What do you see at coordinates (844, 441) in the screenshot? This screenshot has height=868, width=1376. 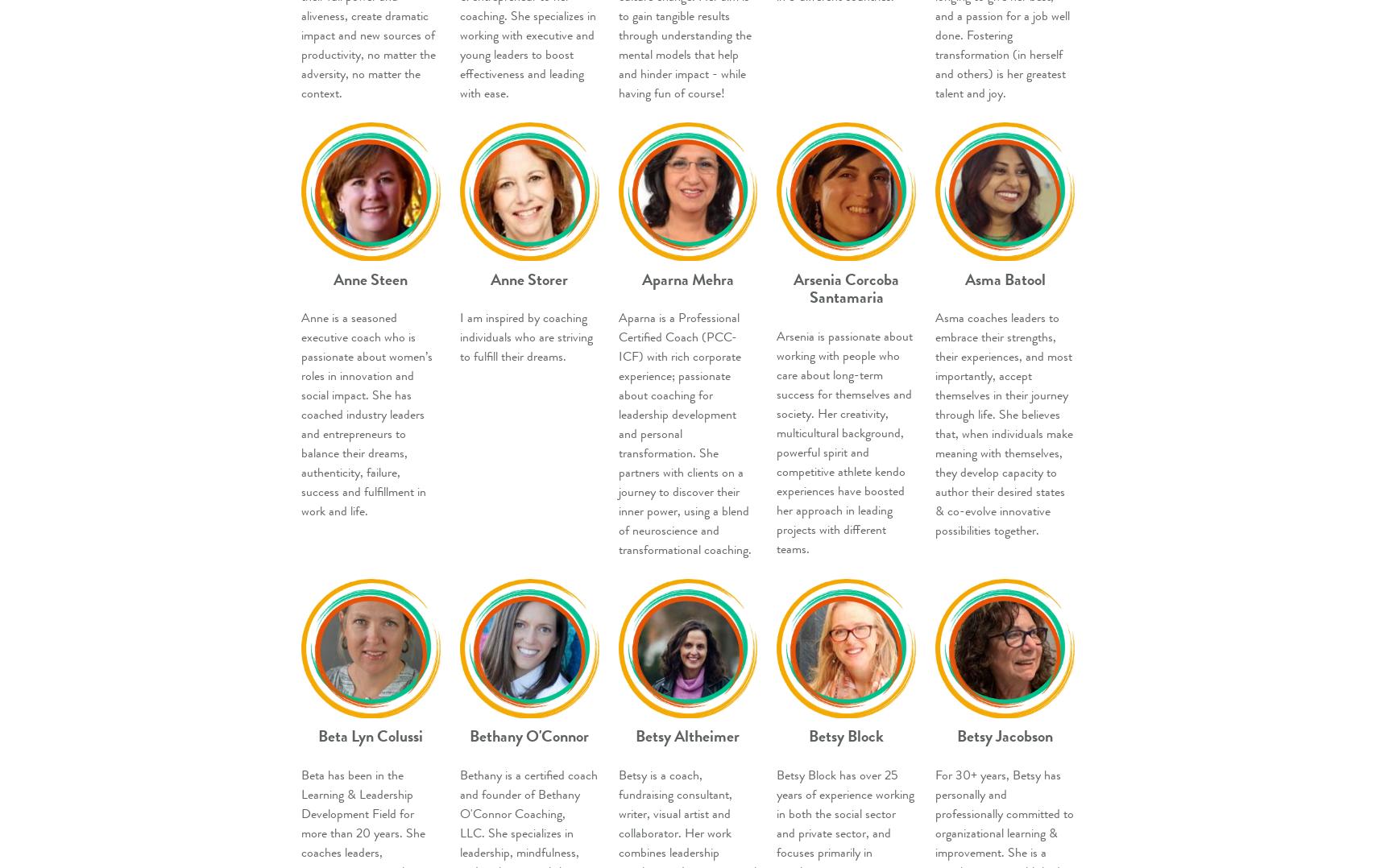 I see `'Arsenia is passionate about working with people who care about long-term success for themselves and society. Her creativity, multicultural background, powerful spirit and competitive athlete kendo experiences have boosted her approach in leading projects with different teams.'` at bounding box center [844, 441].